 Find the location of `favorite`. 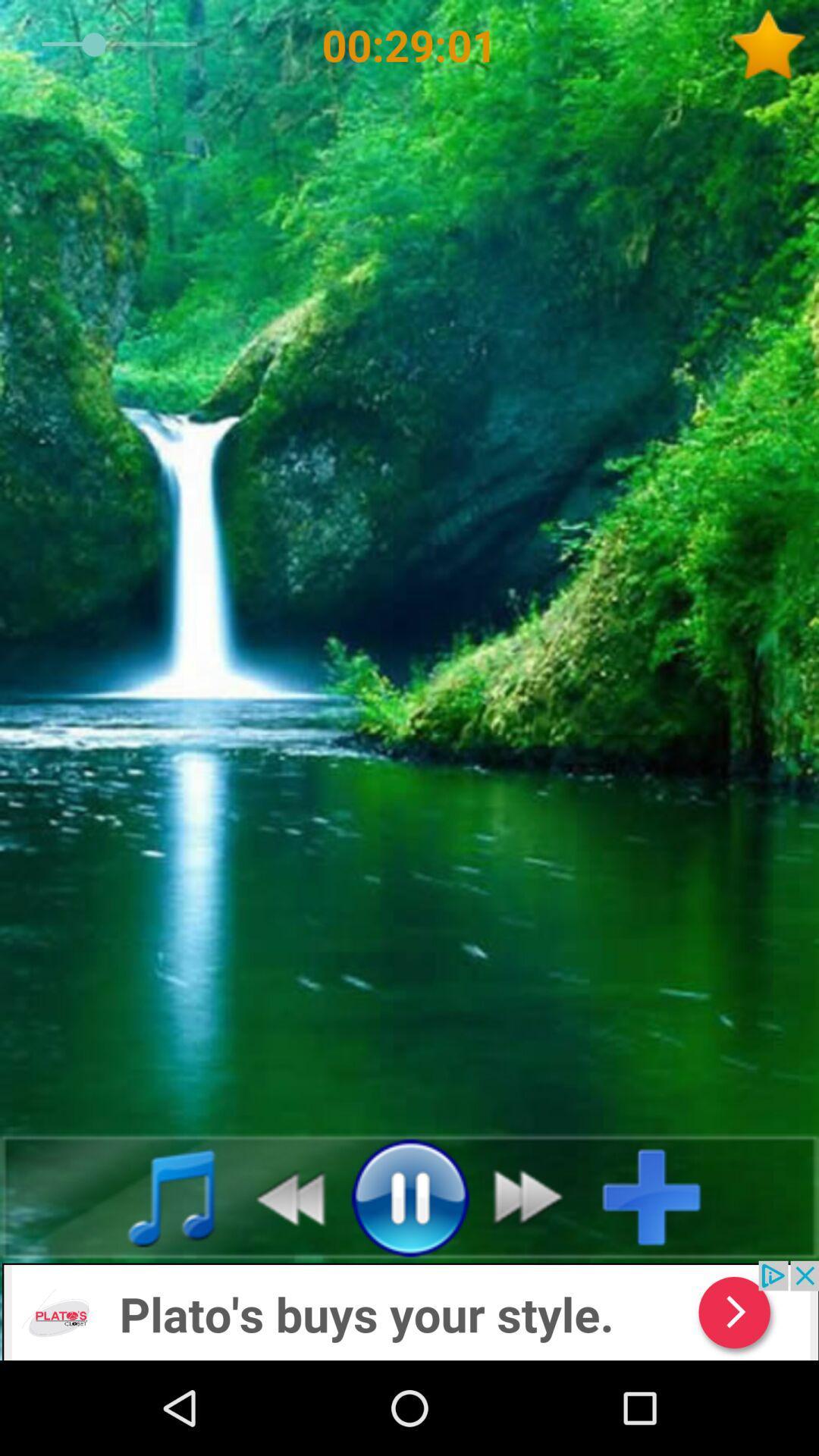

favorite is located at coordinates (773, 45).